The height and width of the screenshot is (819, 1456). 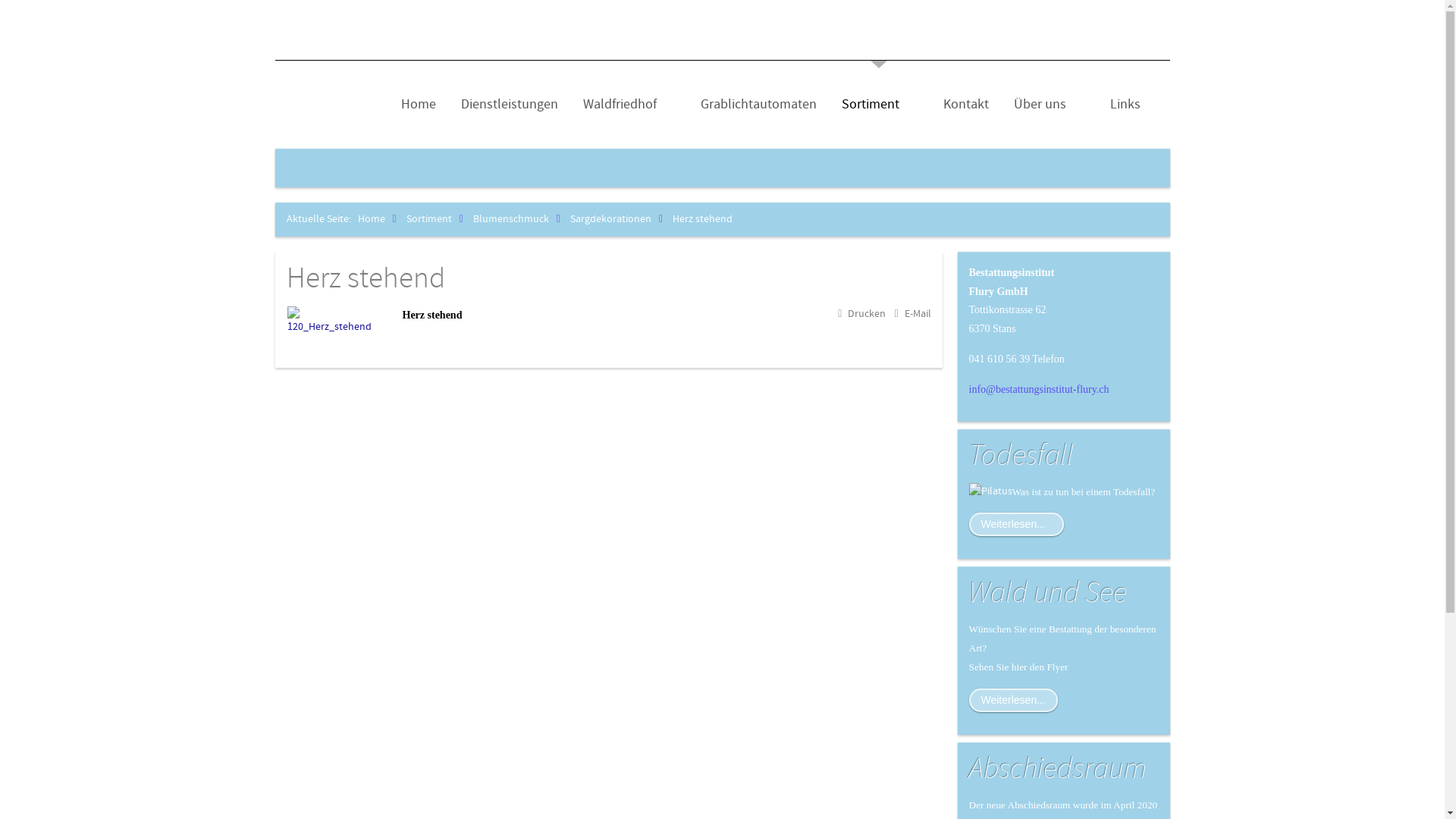 What do you see at coordinates (418, 104) in the screenshot?
I see `'Home'` at bounding box center [418, 104].